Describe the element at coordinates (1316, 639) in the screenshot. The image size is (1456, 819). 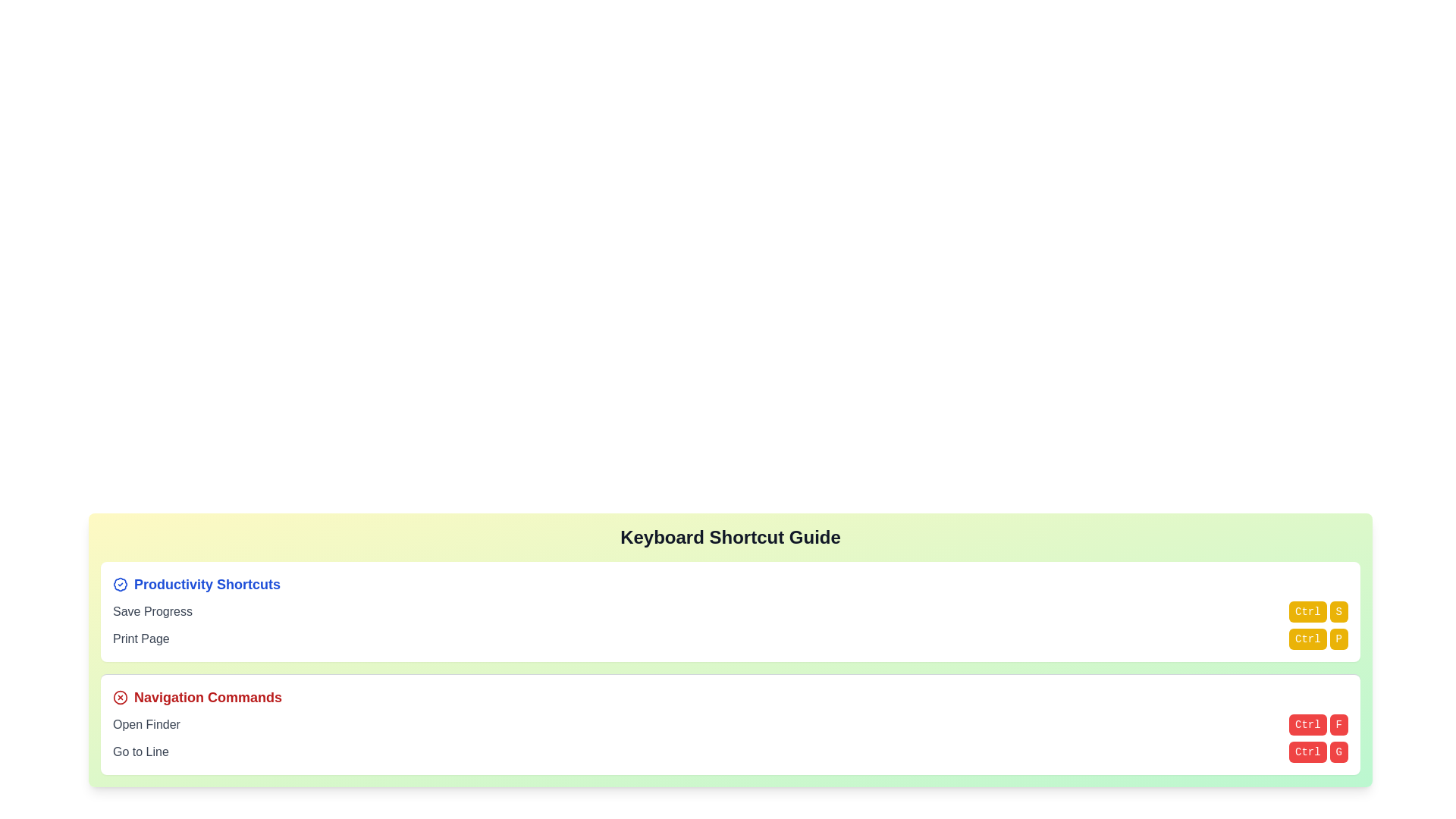
I see `the Keyboard Shortcut Indicator for 'Ctrl+P', located in the second row of the first group under 'Productivity Shortcuts', adjacent to the 'Print Page' label` at that location.